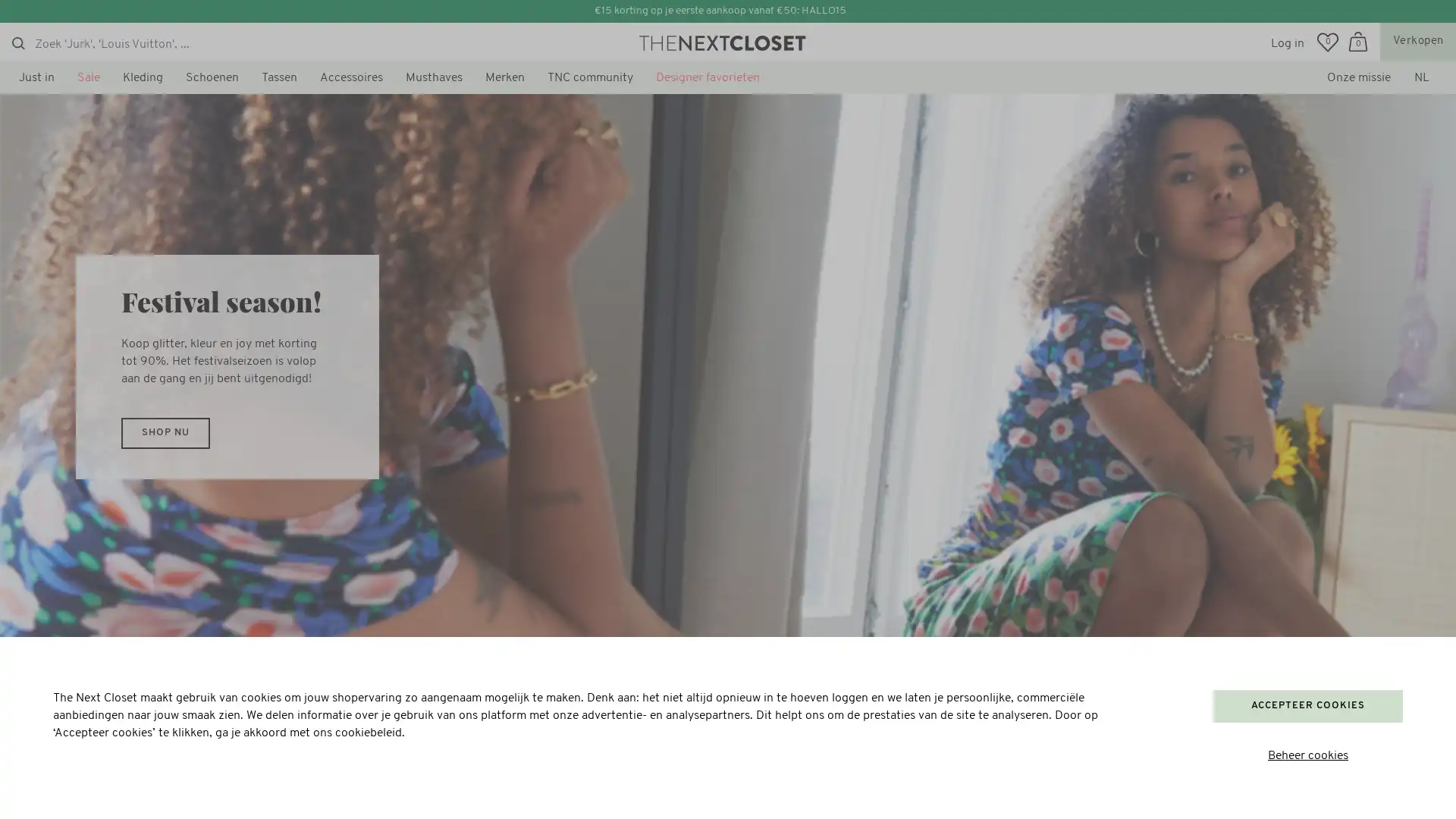 This screenshot has height=819, width=1456. I want to click on Chat, so click(50, 788).